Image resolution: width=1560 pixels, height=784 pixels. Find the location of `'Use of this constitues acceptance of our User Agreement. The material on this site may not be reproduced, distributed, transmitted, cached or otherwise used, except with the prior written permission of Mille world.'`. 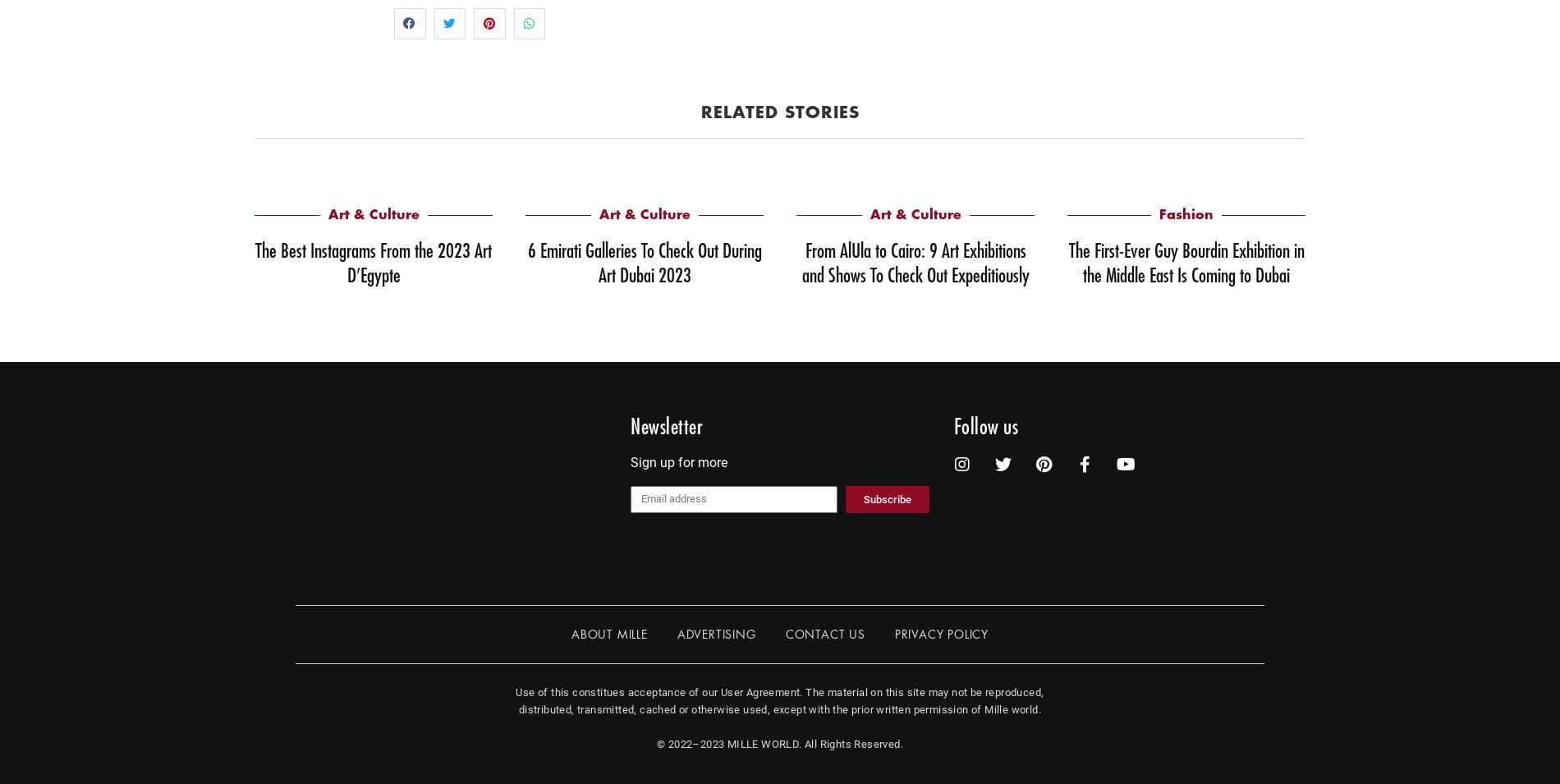

'Use of this constitues acceptance of our User Agreement. The material on this site may not be reproduced, distributed, transmitted, cached or otherwise used, except with the prior written permission of Mille world.' is located at coordinates (778, 700).